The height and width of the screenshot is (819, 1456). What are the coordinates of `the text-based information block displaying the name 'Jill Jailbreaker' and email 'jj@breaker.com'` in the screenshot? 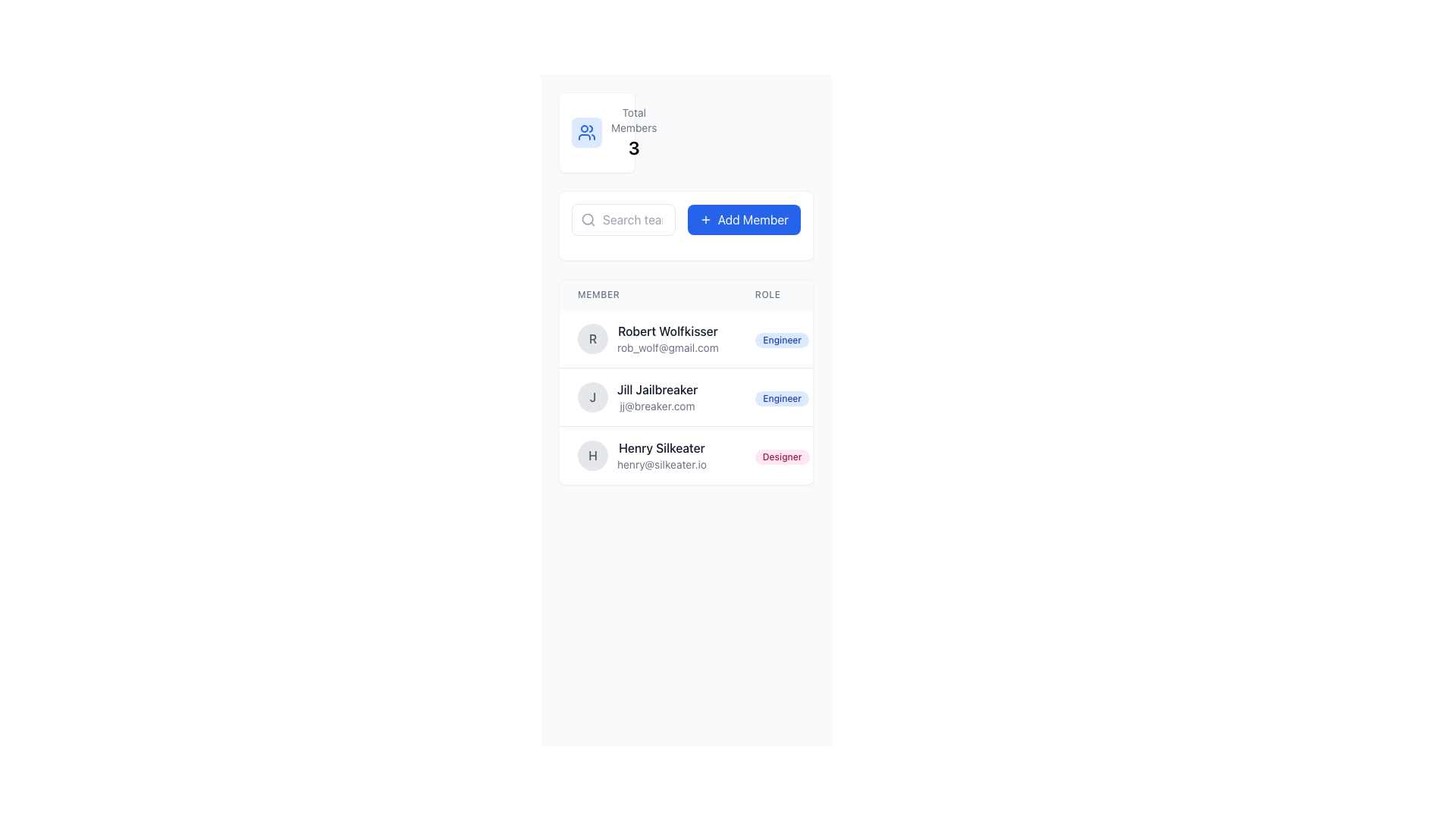 It's located at (657, 397).